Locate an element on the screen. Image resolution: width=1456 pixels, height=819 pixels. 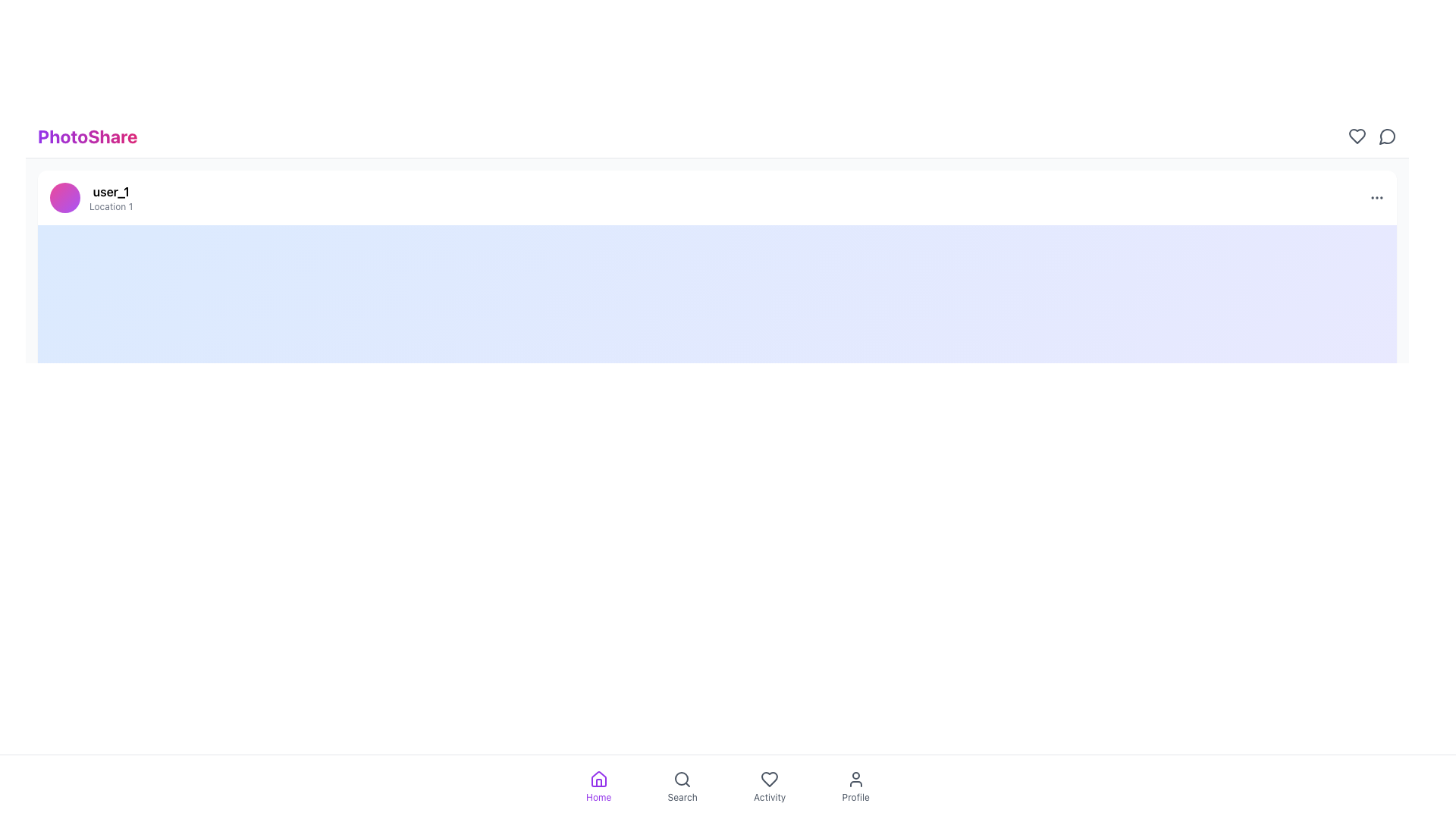
the user profile icon located at the bottom-right corner of the navigation bar is located at coordinates (855, 780).